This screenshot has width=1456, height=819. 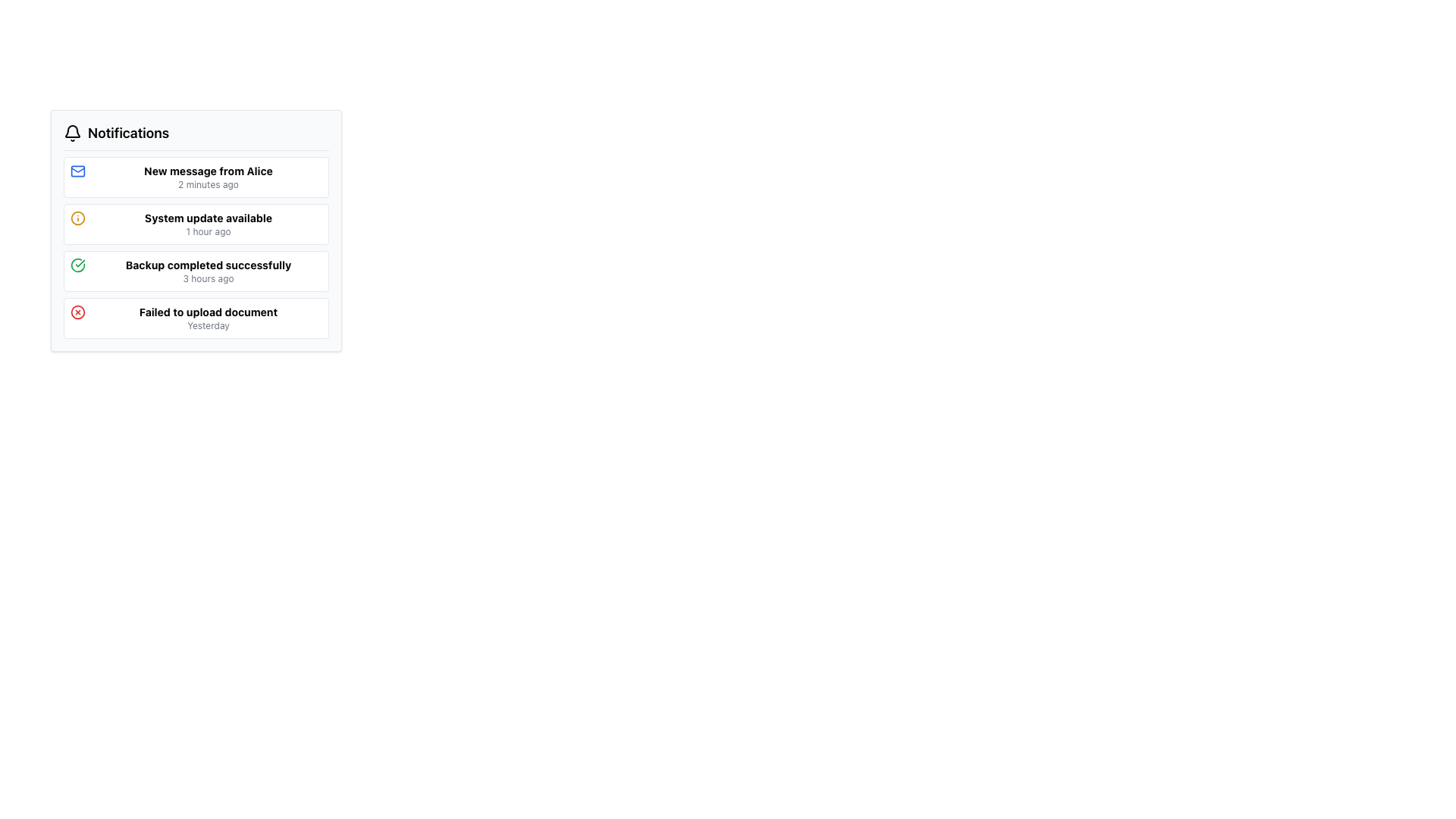 I want to click on text from the third Text Block in the notification panel that indicates a successful backup operation and the time it occurred, so click(x=207, y=271).